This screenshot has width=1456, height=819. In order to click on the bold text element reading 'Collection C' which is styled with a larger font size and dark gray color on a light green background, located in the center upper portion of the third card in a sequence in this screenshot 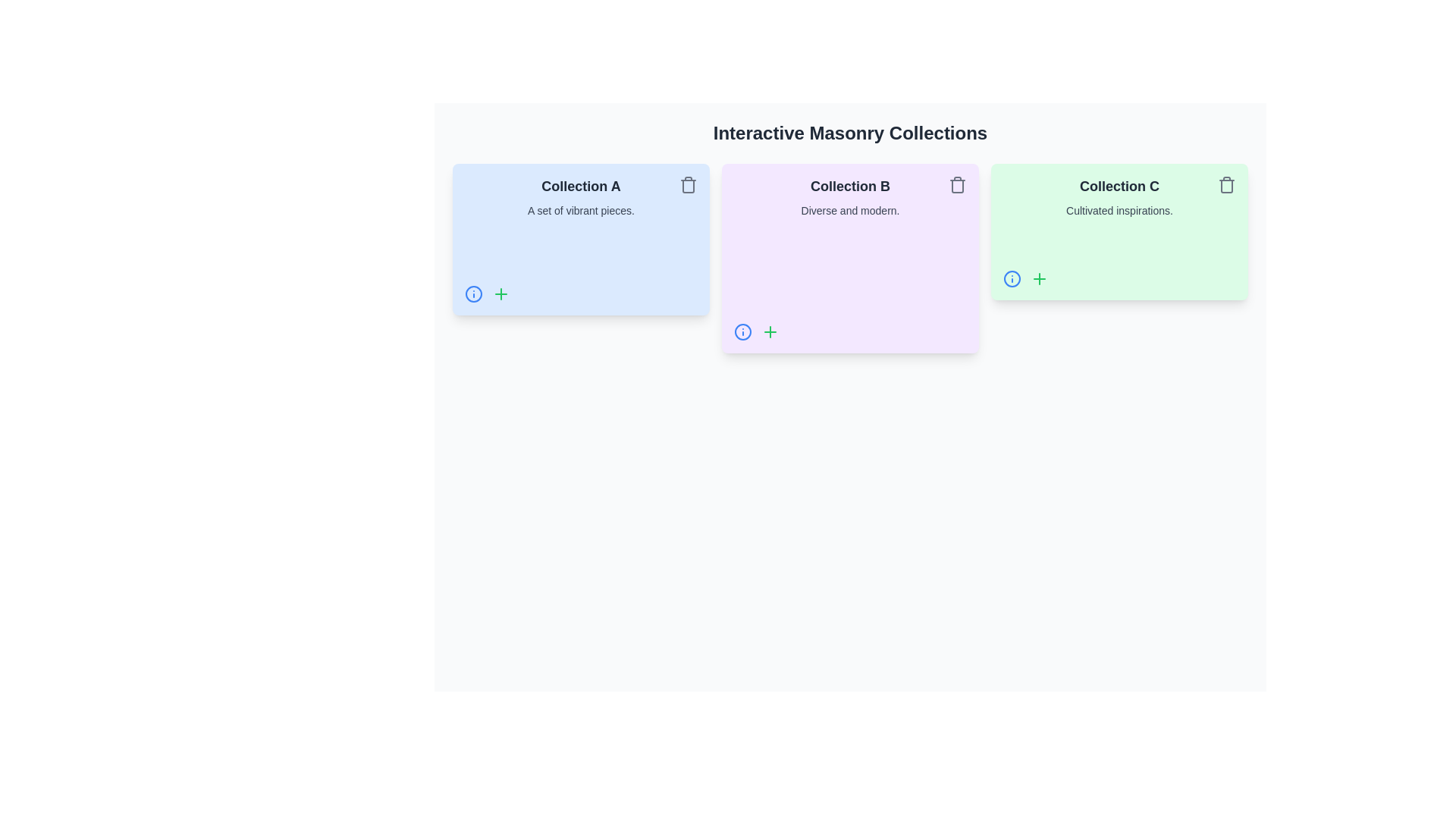, I will do `click(1119, 186)`.